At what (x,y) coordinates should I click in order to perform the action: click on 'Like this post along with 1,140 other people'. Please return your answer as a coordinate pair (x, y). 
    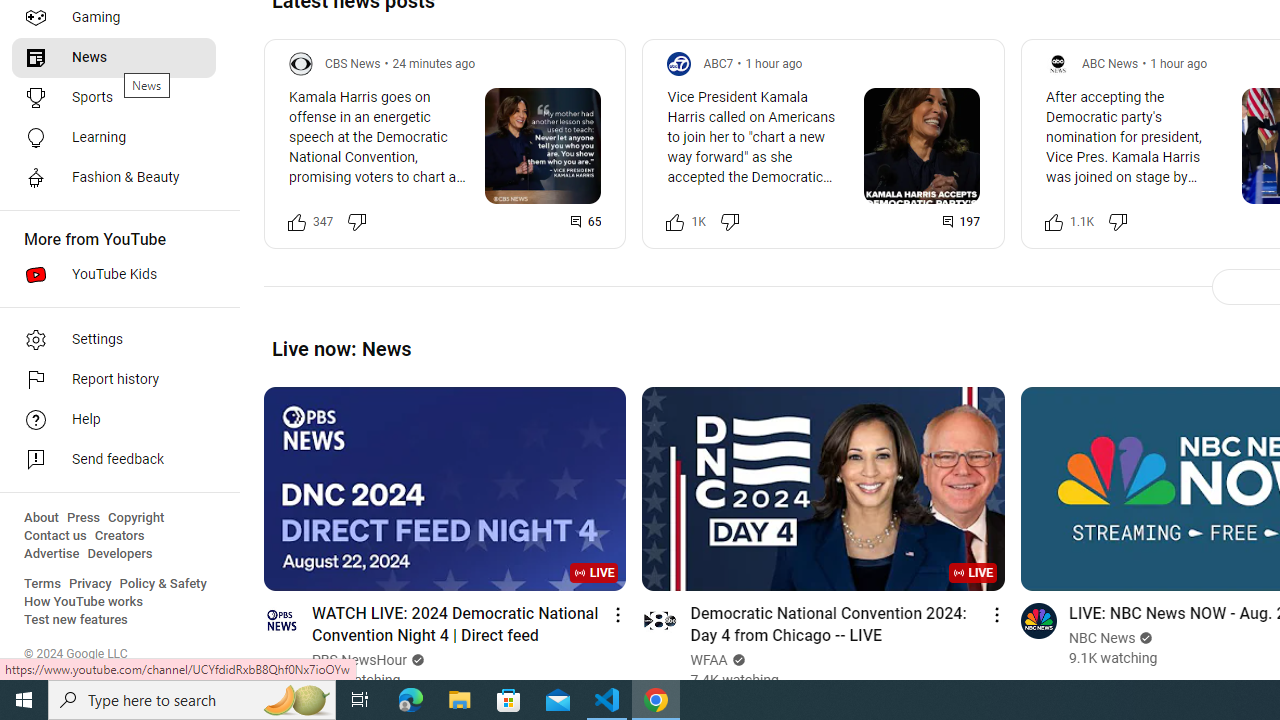
    Looking at the image, I should click on (1052, 221).